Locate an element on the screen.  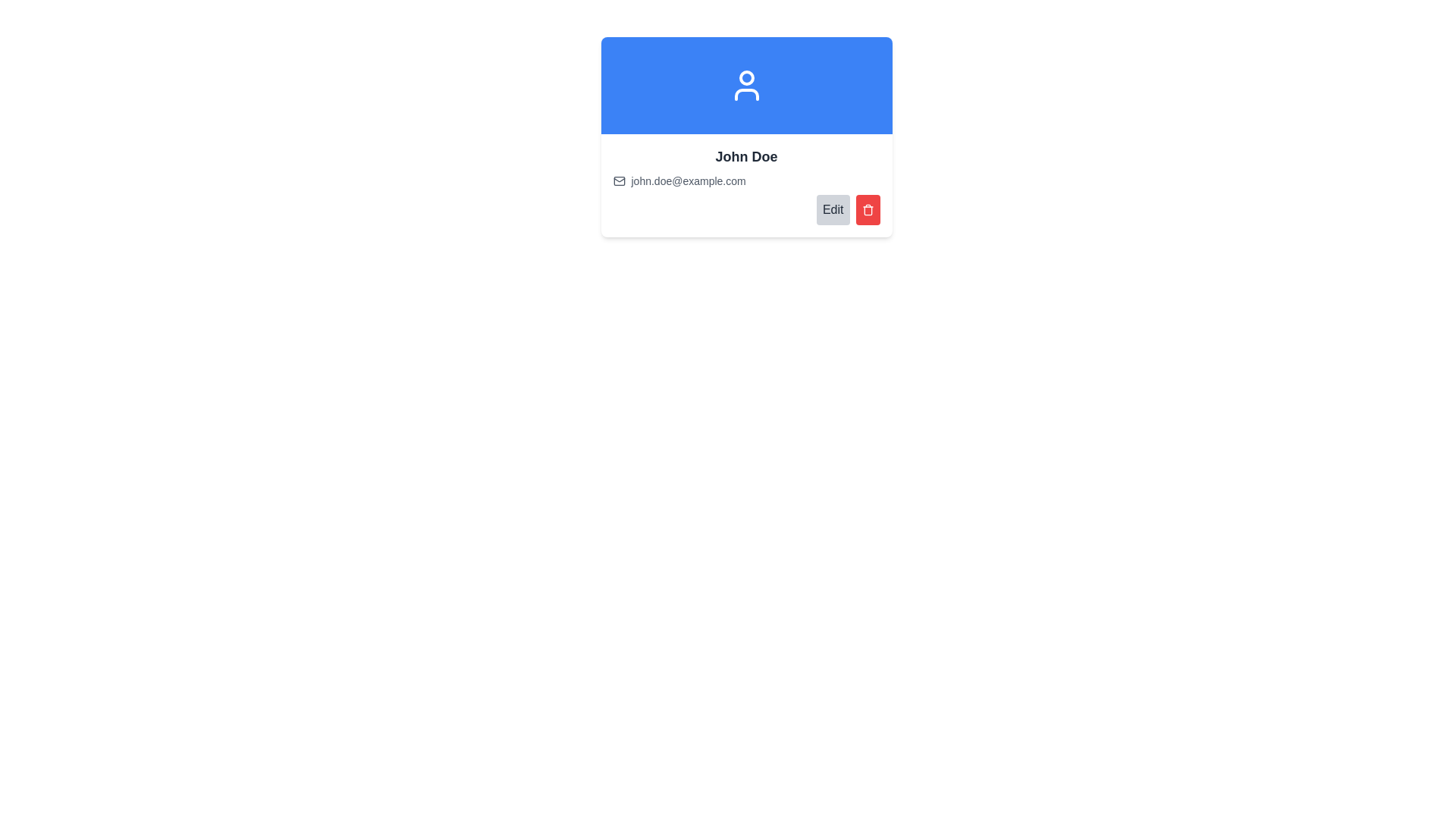
the red button with rounded corners featuring a trash bin icon located at the bottom-right corner of the user information card to observe its hover effect is located at coordinates (868, 210).